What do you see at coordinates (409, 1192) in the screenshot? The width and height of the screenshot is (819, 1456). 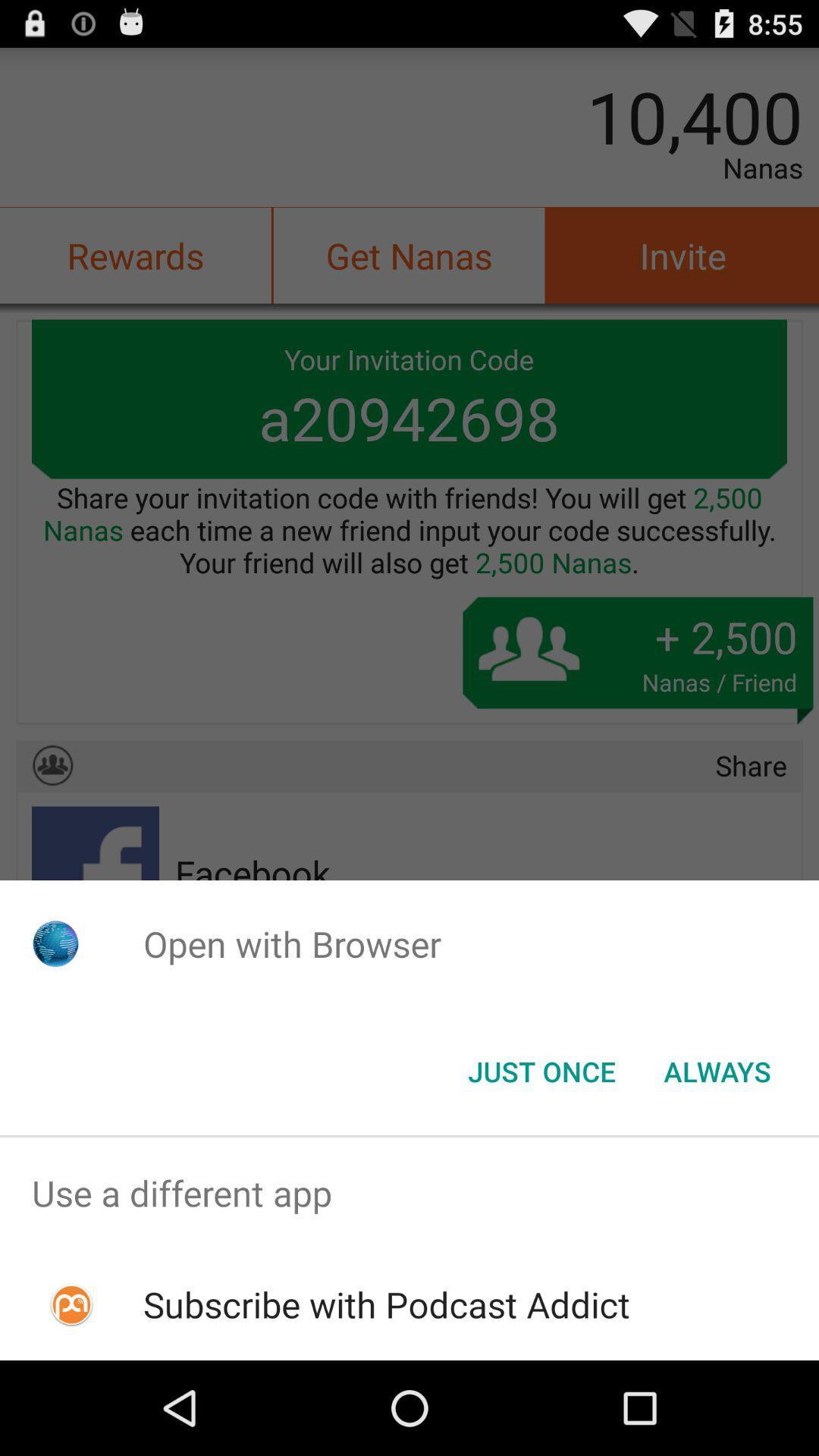 I see `use a different icon` at bounding box center [409, 1192].